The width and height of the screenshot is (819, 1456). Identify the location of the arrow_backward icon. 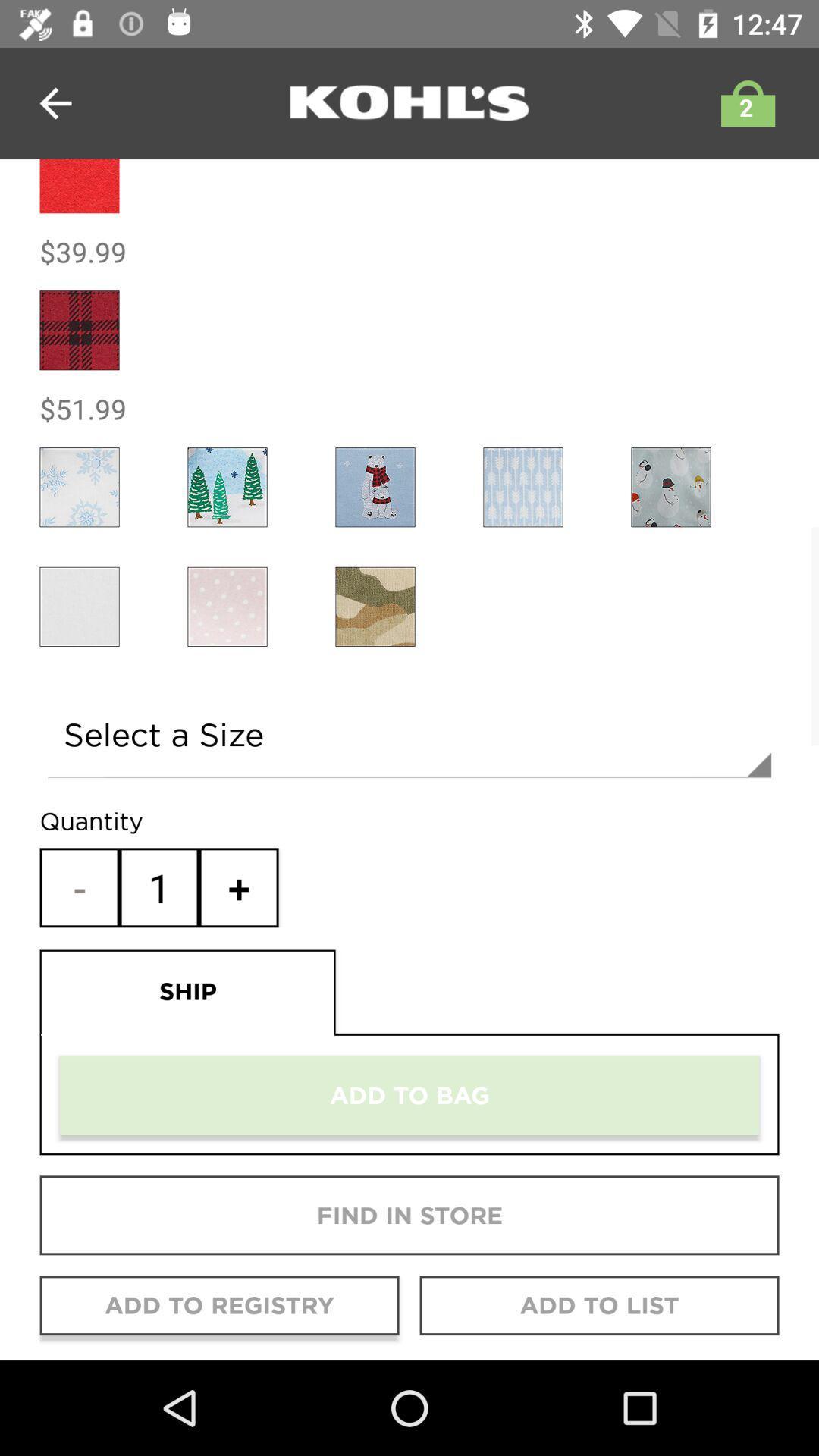
(55, 102).